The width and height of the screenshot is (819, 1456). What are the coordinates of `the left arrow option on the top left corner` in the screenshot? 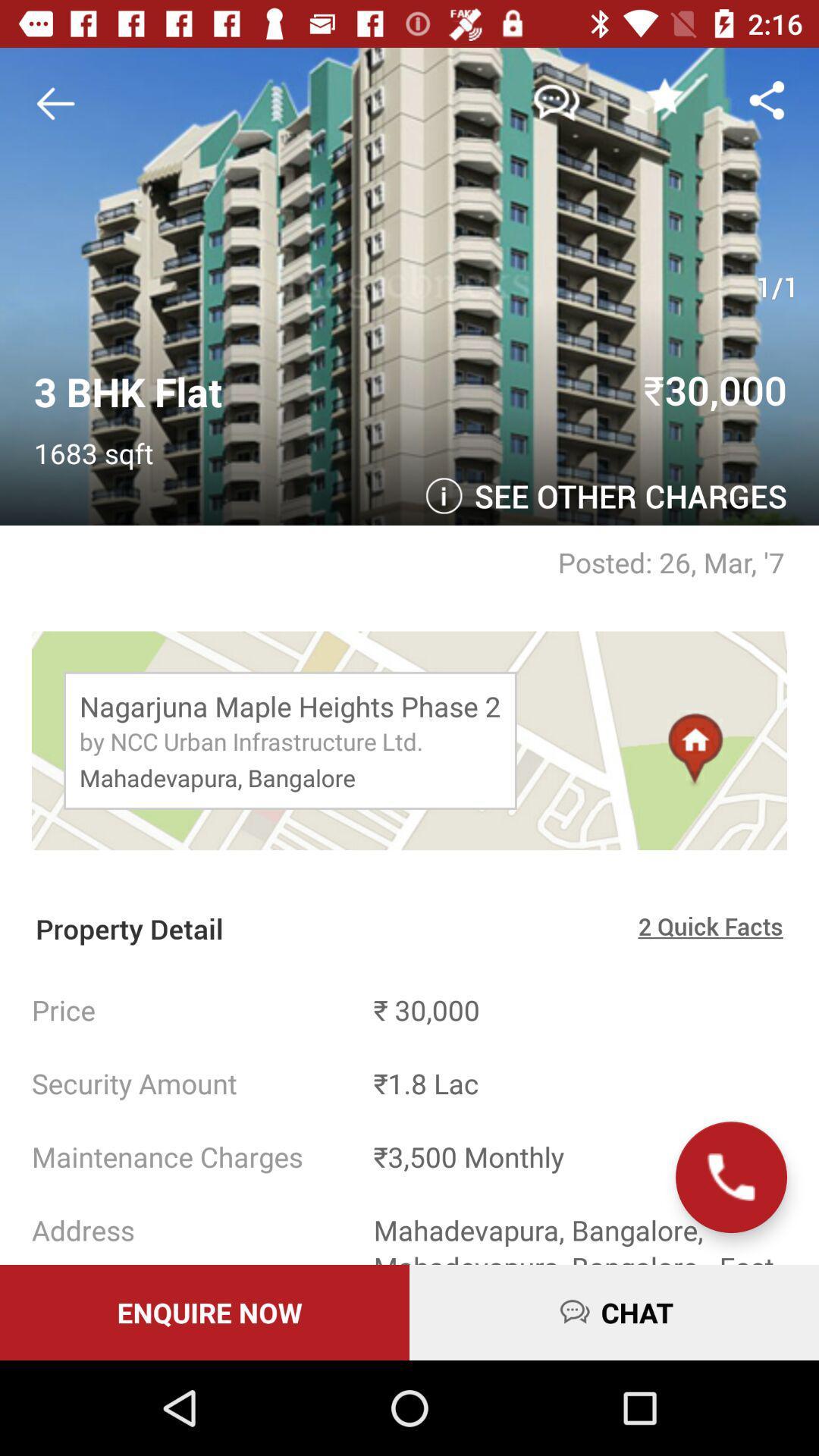 It's located at (60, 103).